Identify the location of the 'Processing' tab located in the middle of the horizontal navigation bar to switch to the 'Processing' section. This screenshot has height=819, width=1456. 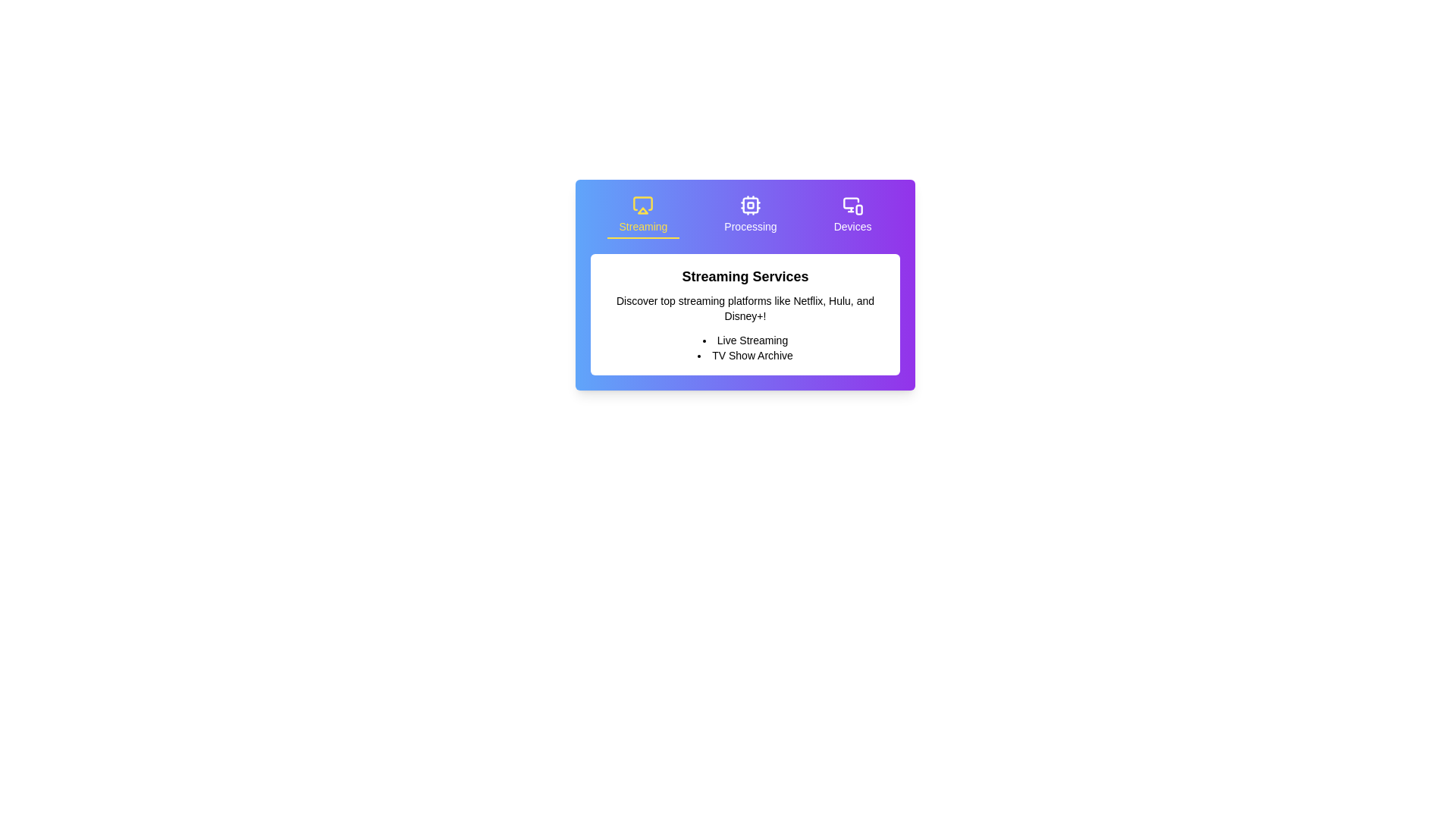
(750, 216).